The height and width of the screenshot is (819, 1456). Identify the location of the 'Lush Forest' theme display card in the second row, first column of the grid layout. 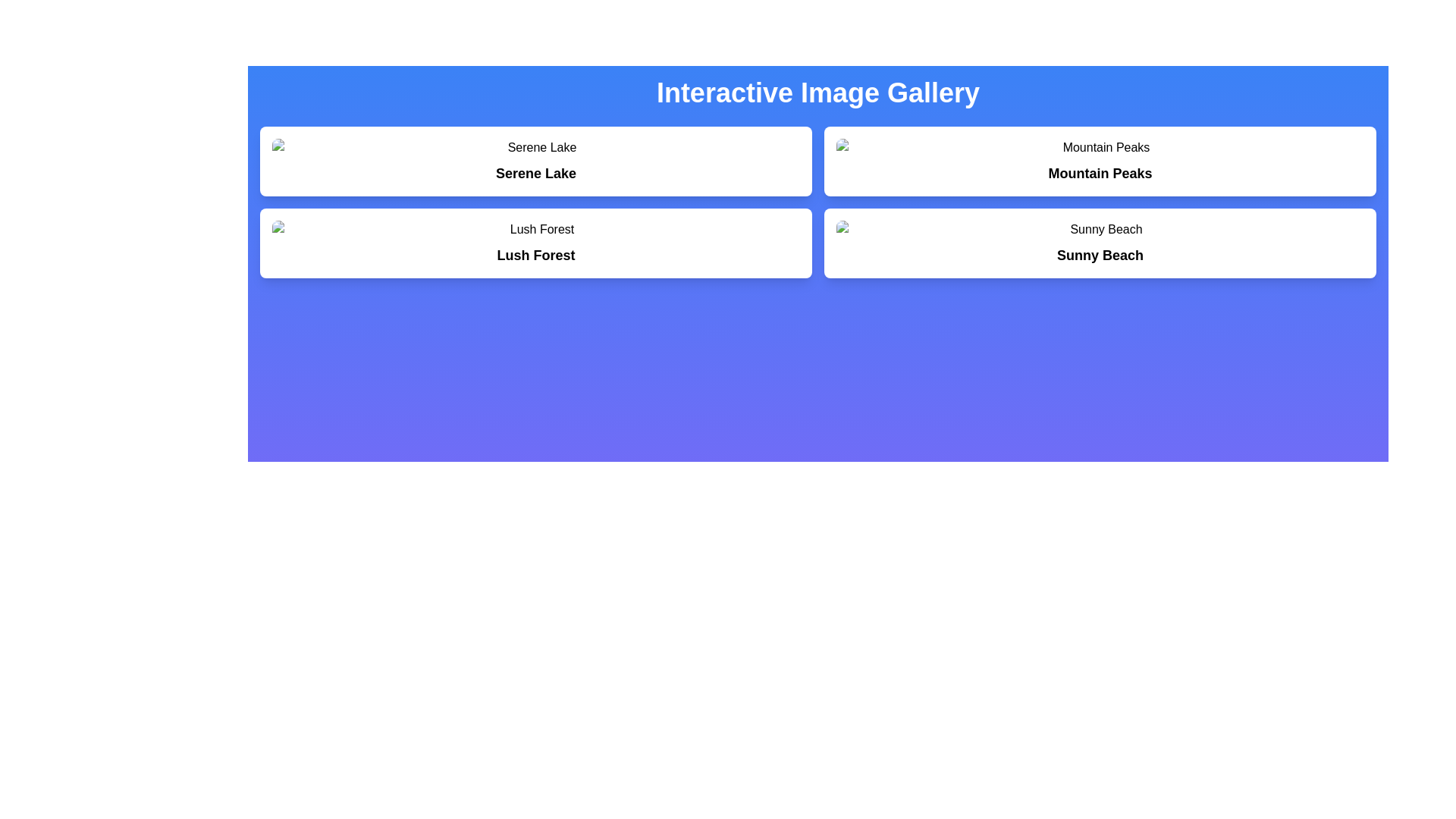
(535, 242).